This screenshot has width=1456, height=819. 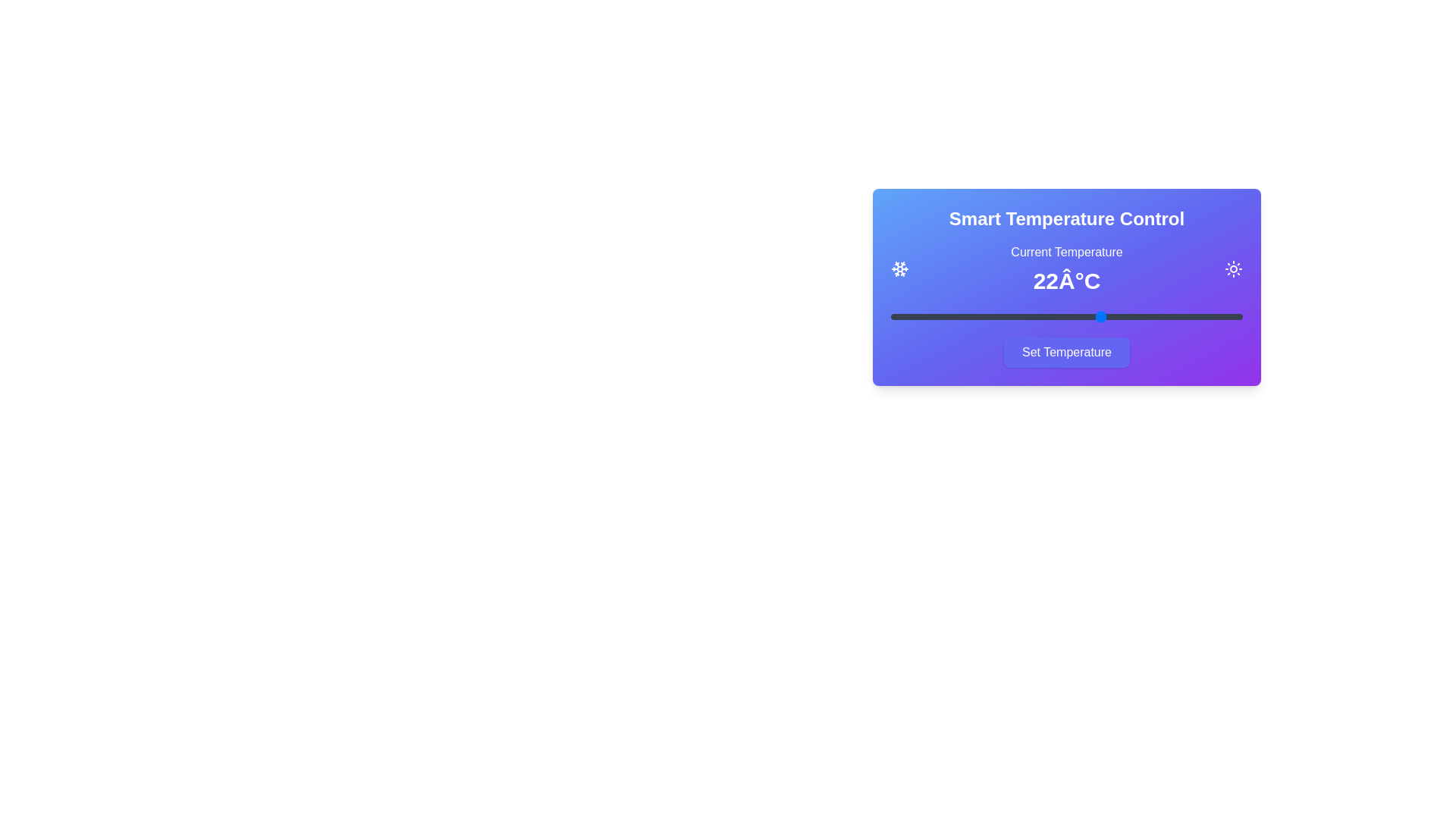 What do you see at coordinates (1065, 315) in the screenshot?
I see `the Range slider located centrally within the 'Smart Temperature Control' card, below the '22°C' text and above the 'Set Temperature' button` at bounding box center [1065, 315].